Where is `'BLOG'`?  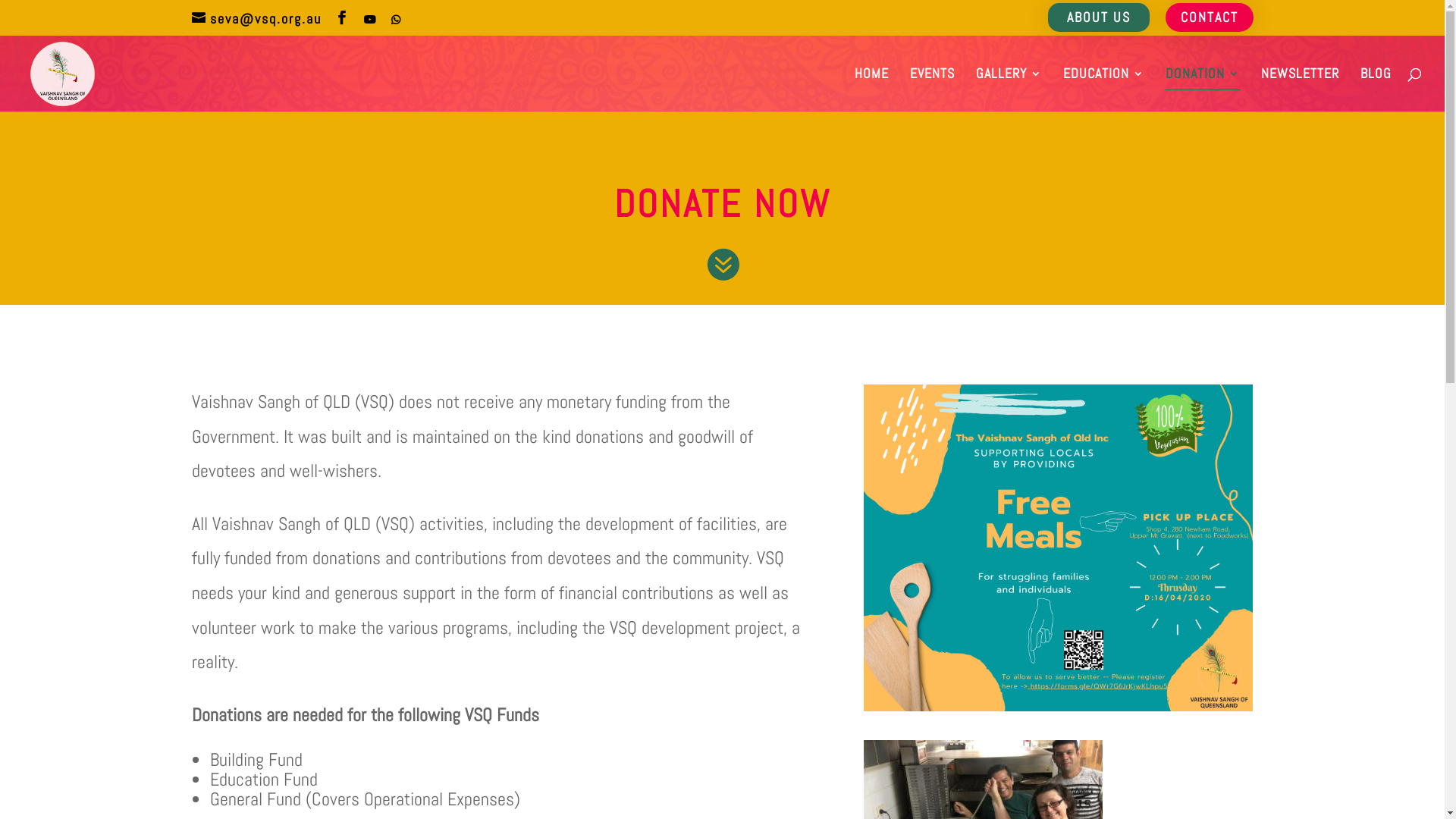 'BLOG' is located at coordinates (1376, 89).